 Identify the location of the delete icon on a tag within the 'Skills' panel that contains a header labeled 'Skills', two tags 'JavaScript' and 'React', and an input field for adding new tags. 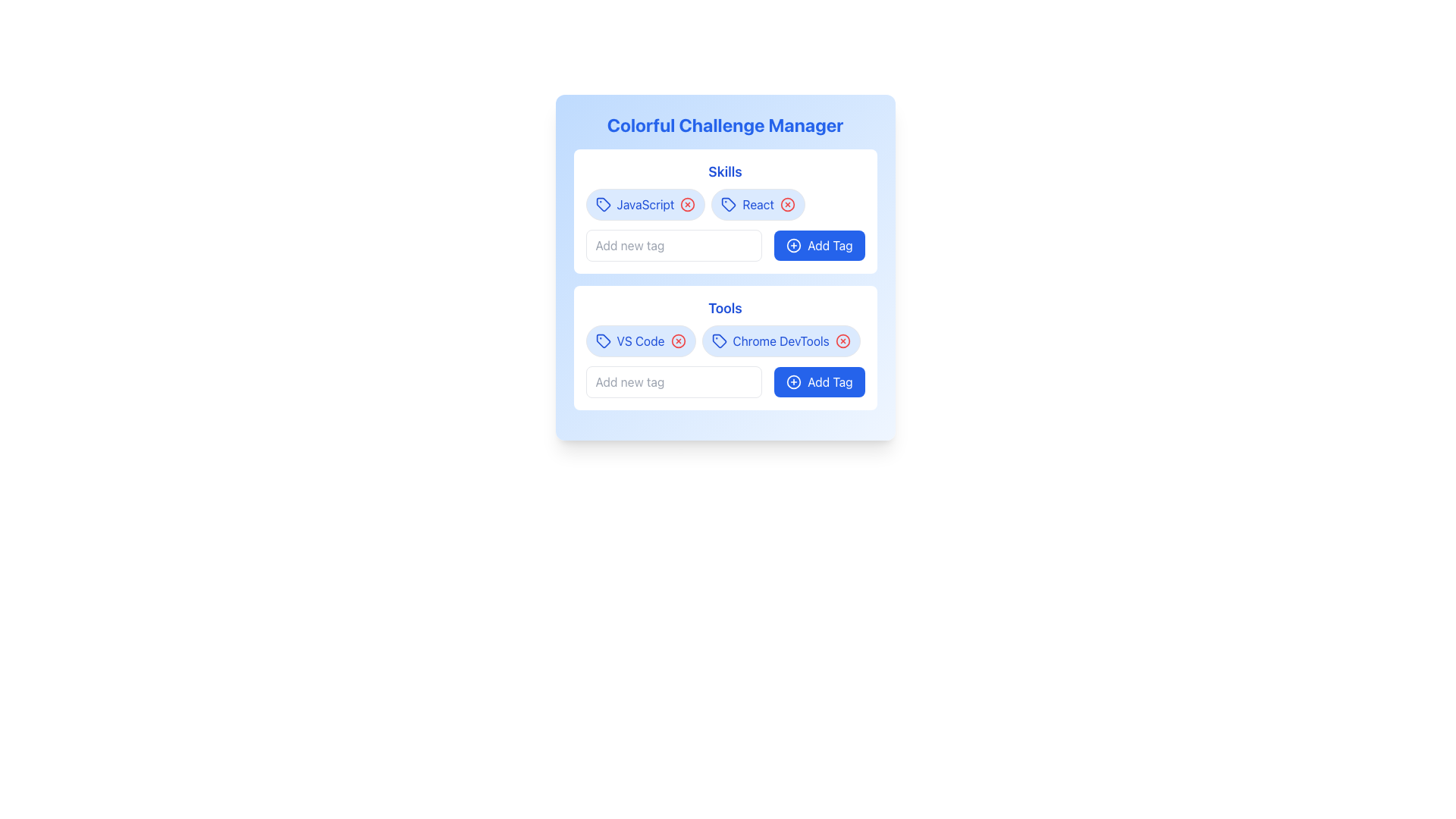
(724, 211).